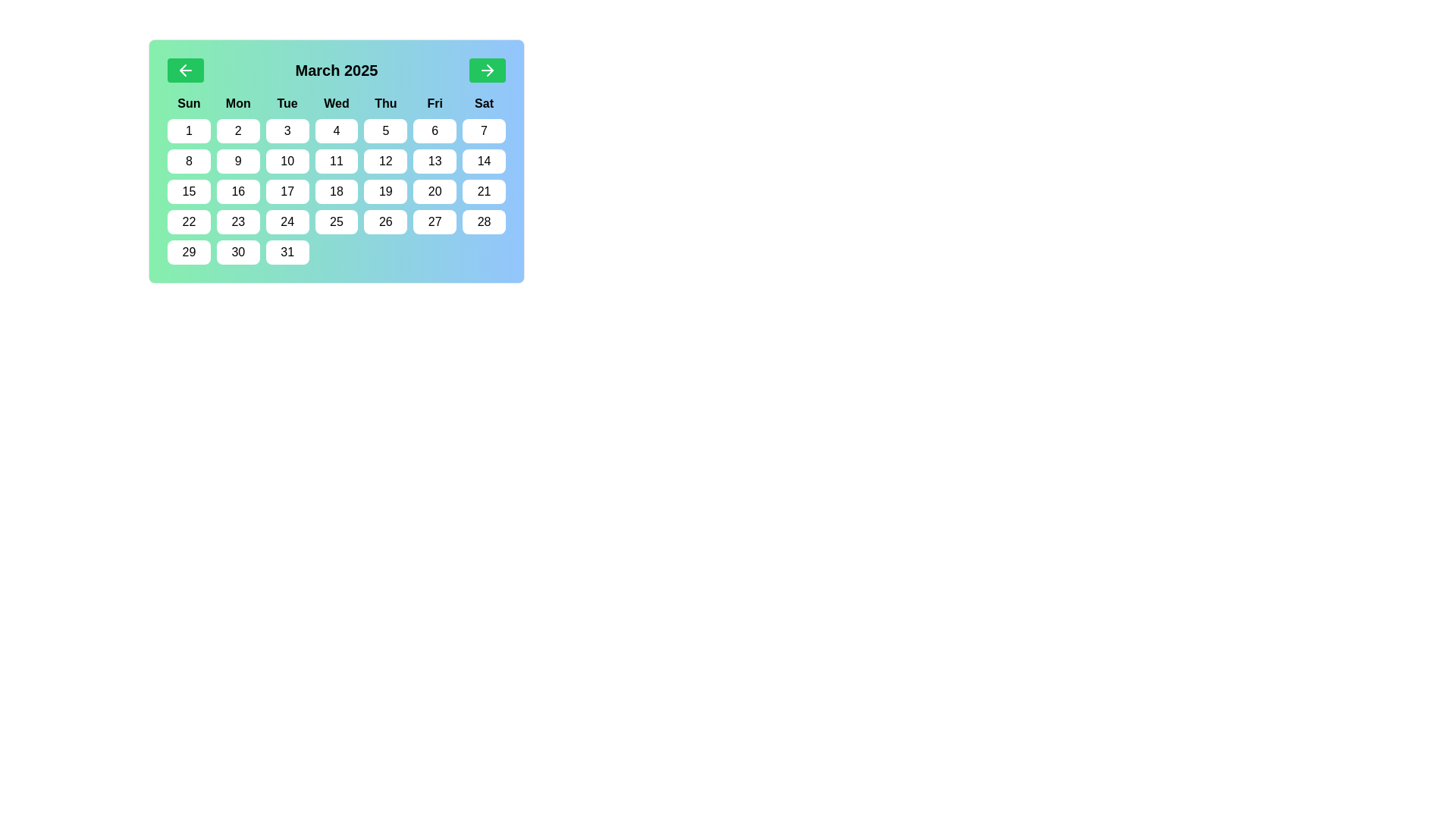  I want to click on the selectable button representing the day '14' in the calendar interface, so click(483, 161).